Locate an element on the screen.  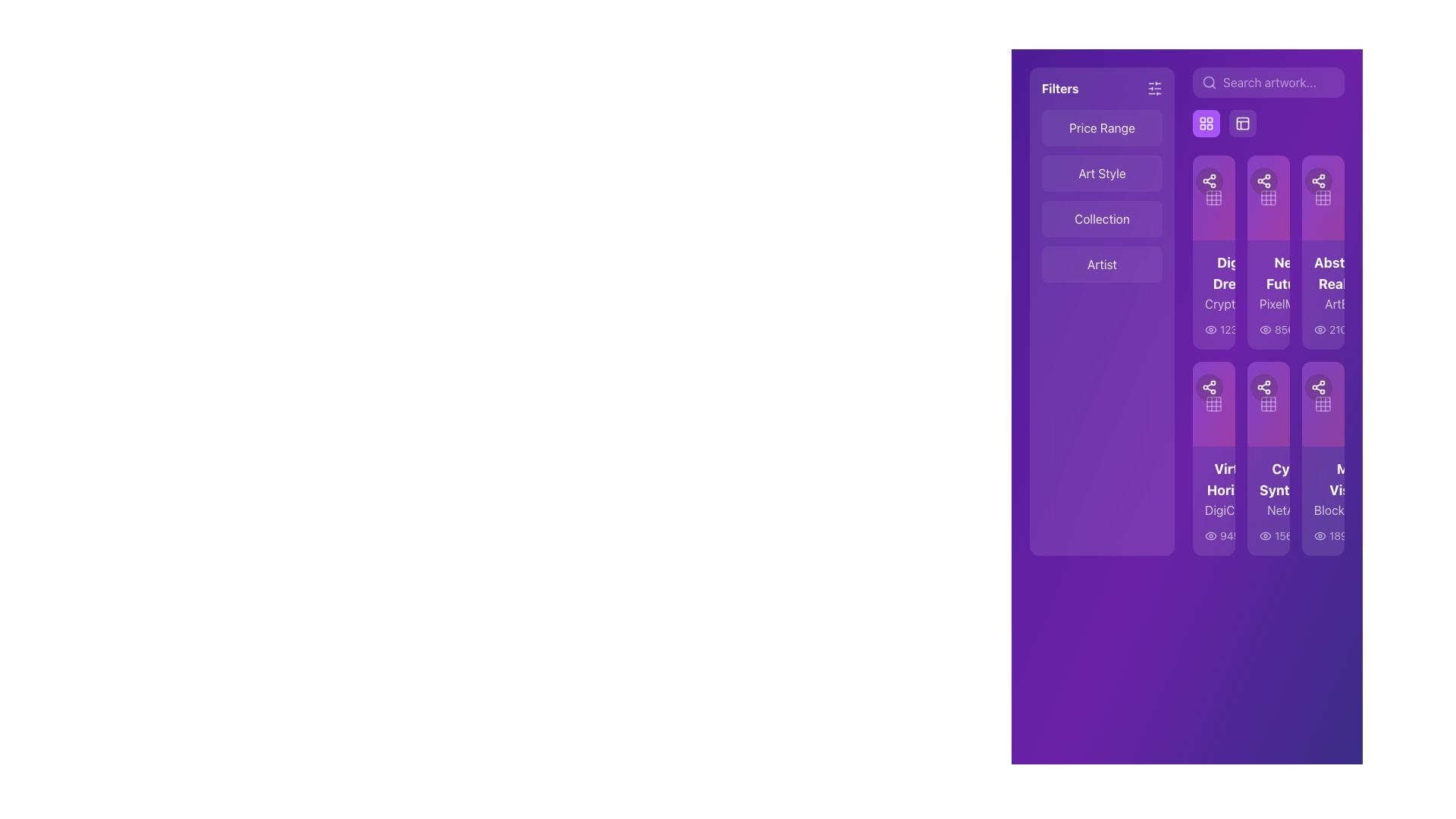
the label displaying the numerical count of likes or favorites, which is positioned to the right of a heart icon in a horizontal grouping is located at coordinates (1254, 535).